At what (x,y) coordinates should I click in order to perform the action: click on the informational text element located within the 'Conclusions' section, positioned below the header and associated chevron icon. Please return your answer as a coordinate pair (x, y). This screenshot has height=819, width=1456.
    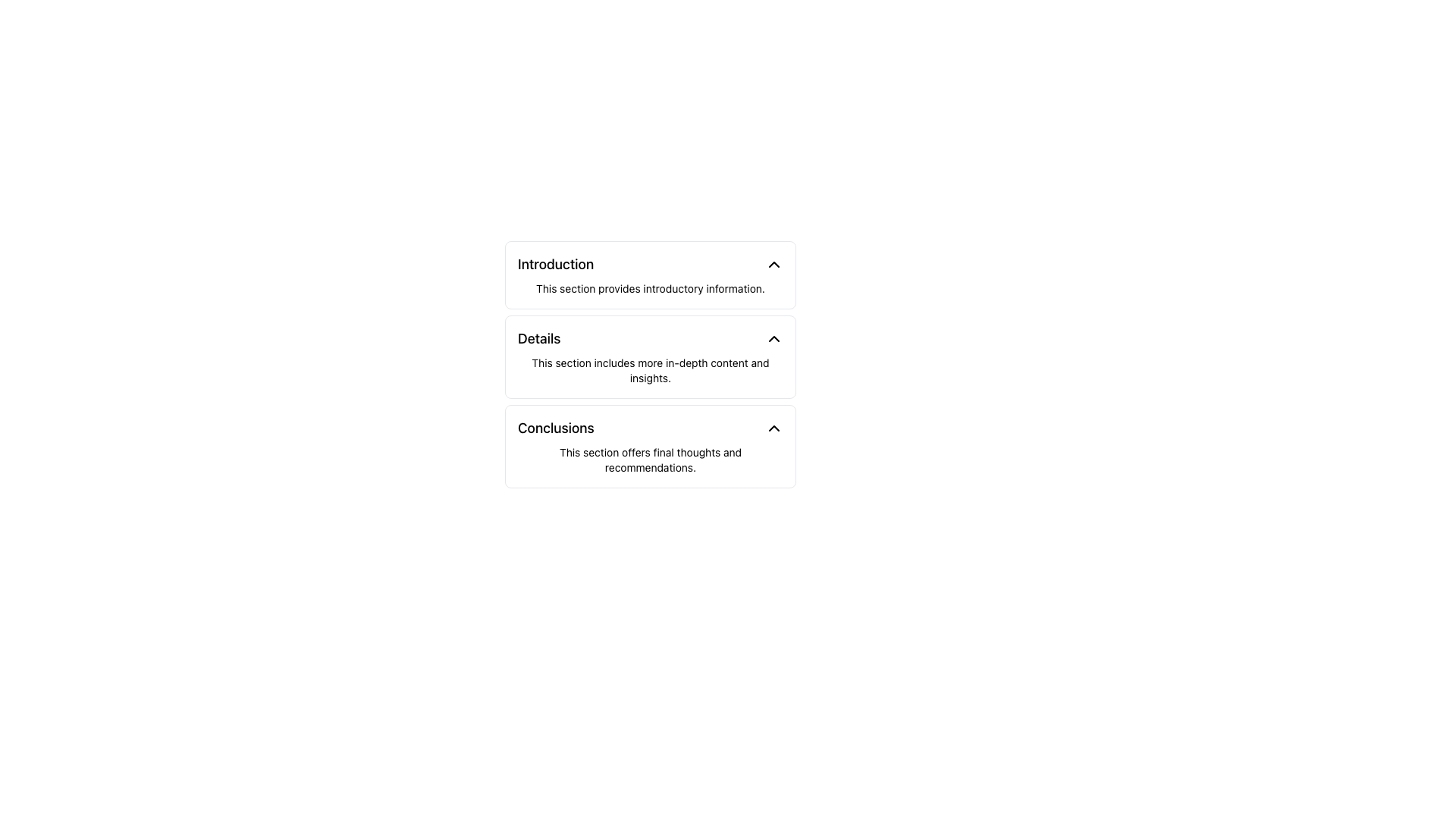
    Looking at the image, I should click on (651, 459).